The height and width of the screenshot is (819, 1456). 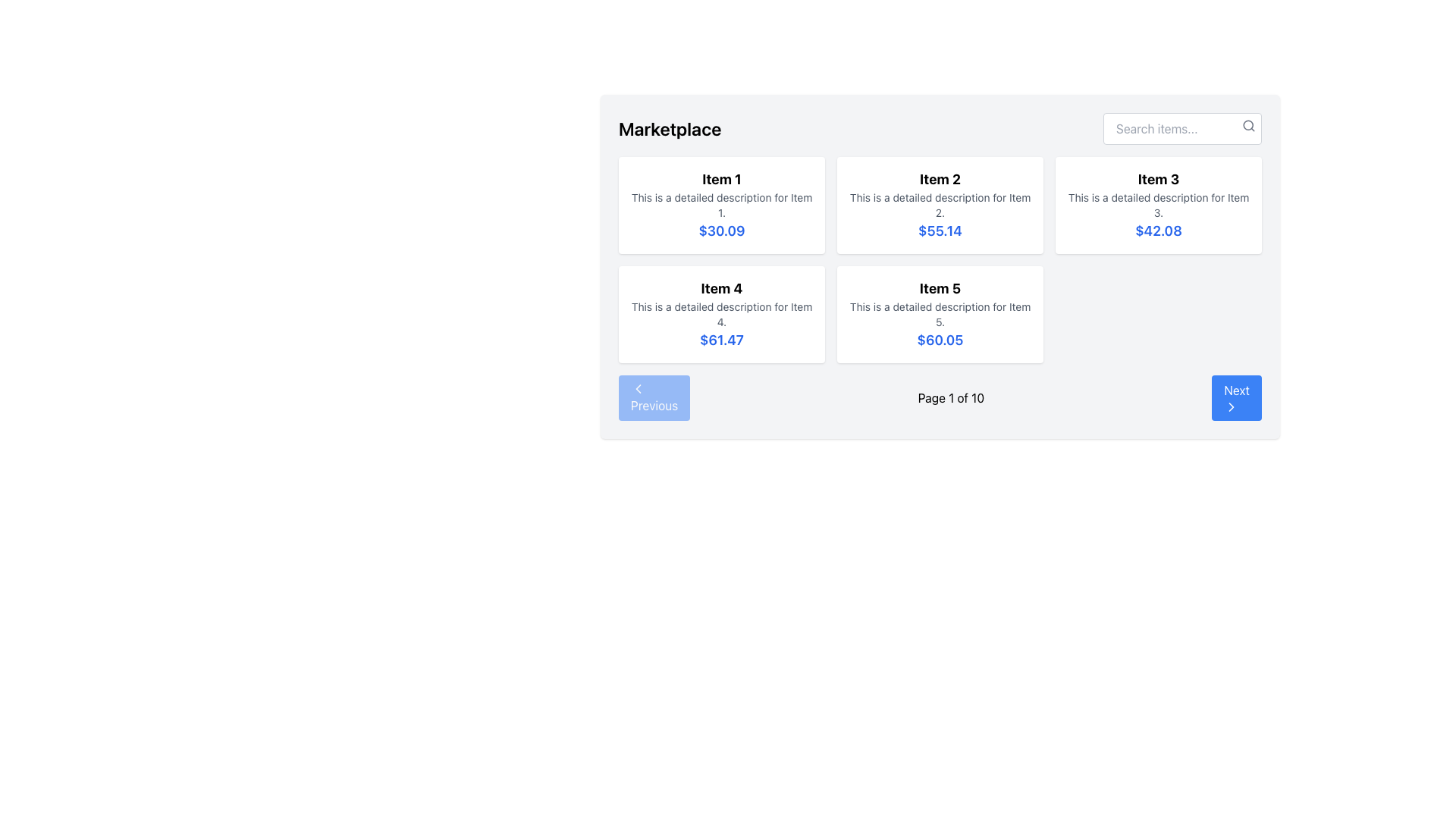 I want to click on the 'Marketplace' text label, so click(x=669, y=127).